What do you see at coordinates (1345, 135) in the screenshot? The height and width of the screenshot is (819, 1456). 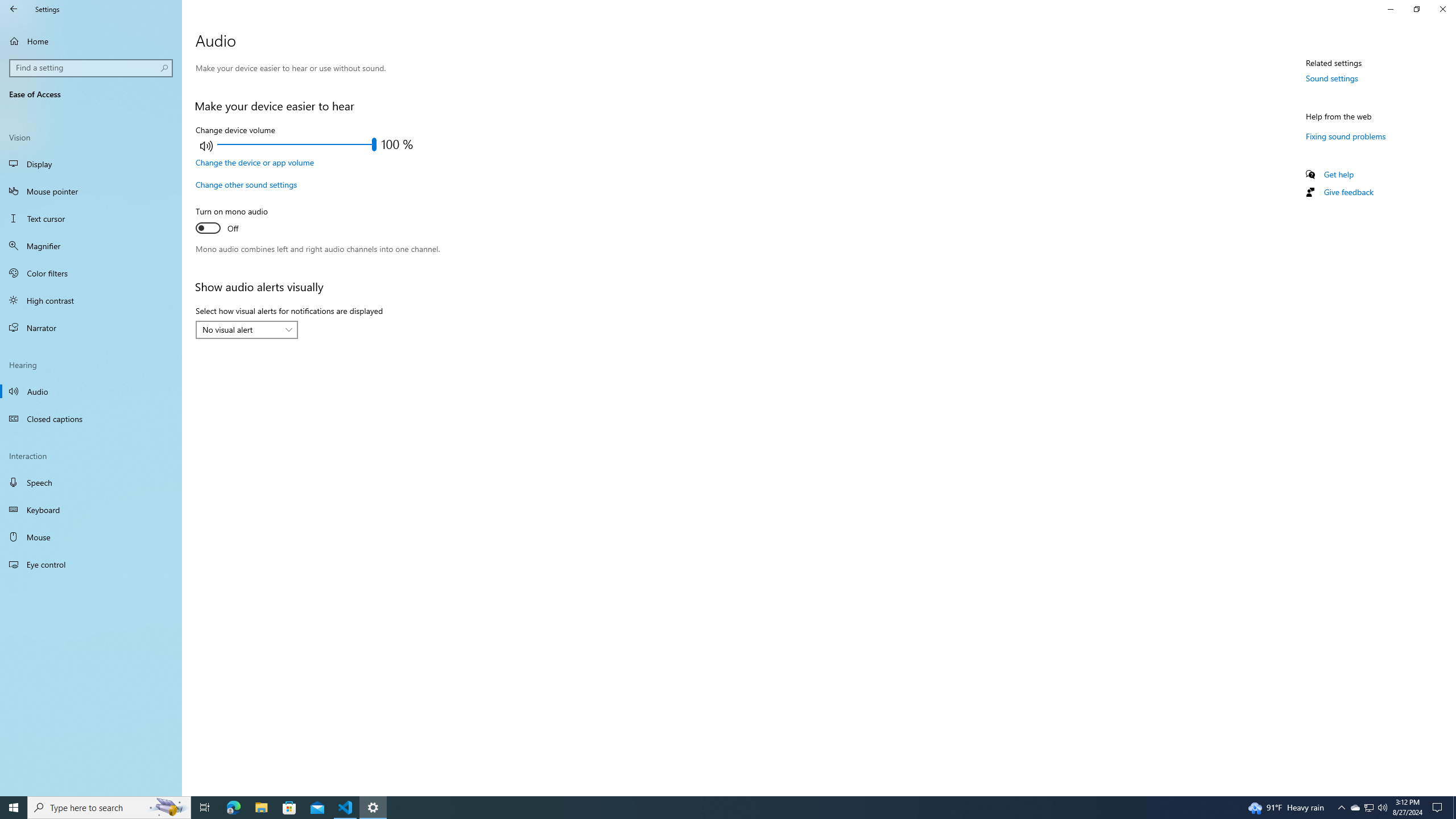 I see `'Fixing sound problems'` at bounding box center [1345, 135].